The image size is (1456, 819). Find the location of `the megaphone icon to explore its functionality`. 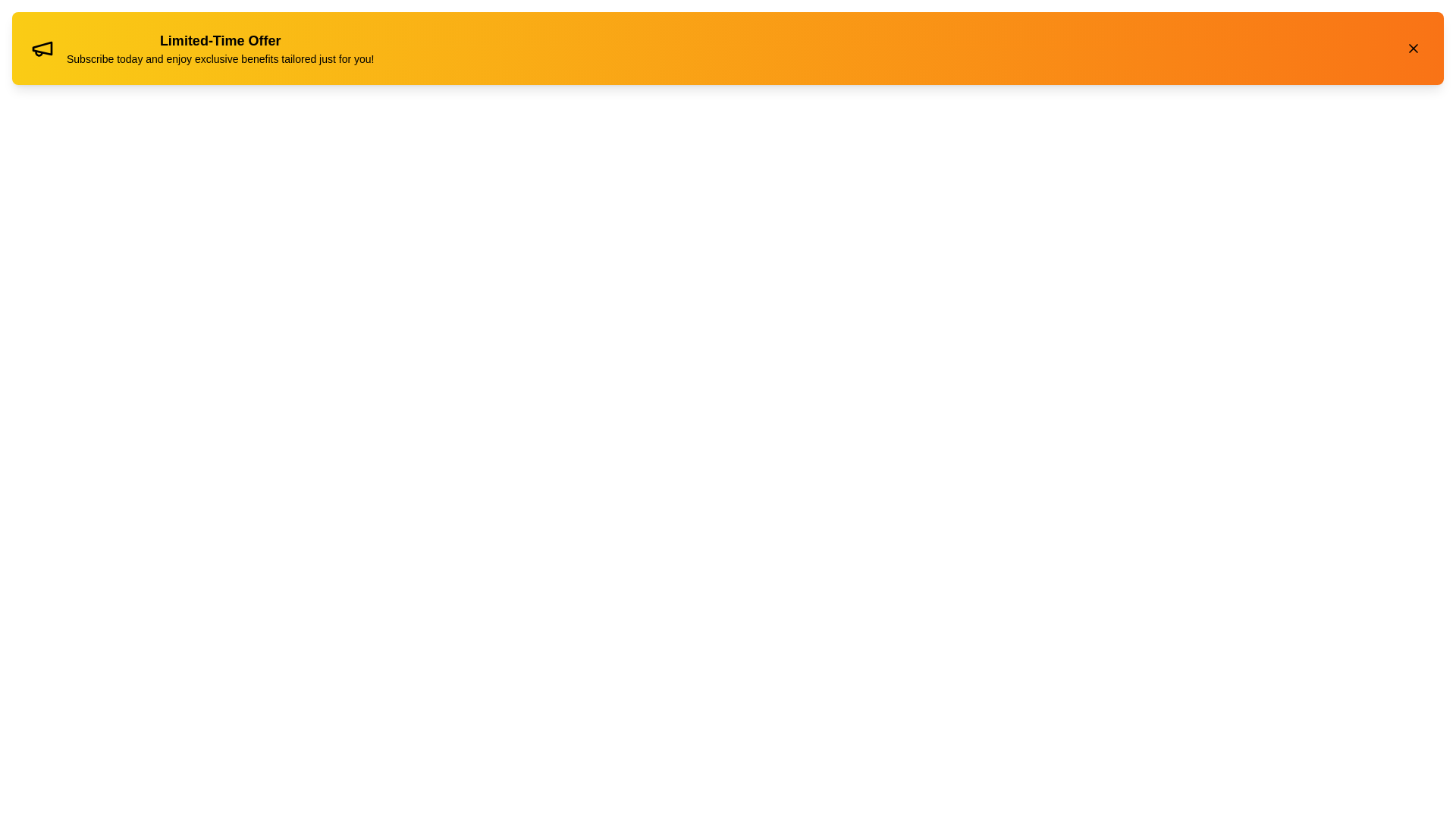

the megaphone icon to explore its functionality is located at coordinates (42, 48).